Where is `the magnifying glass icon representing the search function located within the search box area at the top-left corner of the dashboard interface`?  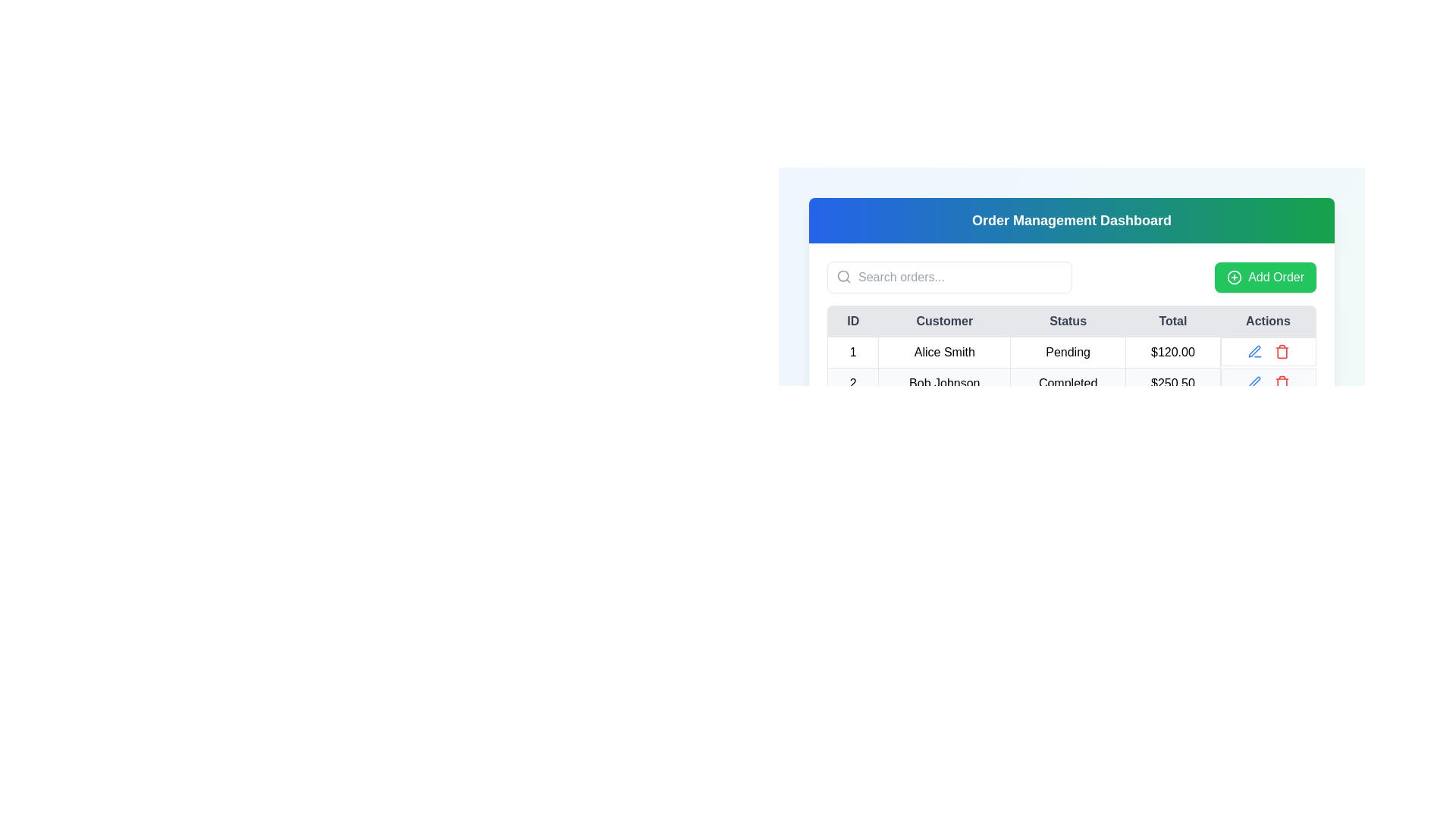
the magnifying glass icon representing the search function located within the search box area at the top-left corner of the dashboard interface is located at coordinates (843, 277).